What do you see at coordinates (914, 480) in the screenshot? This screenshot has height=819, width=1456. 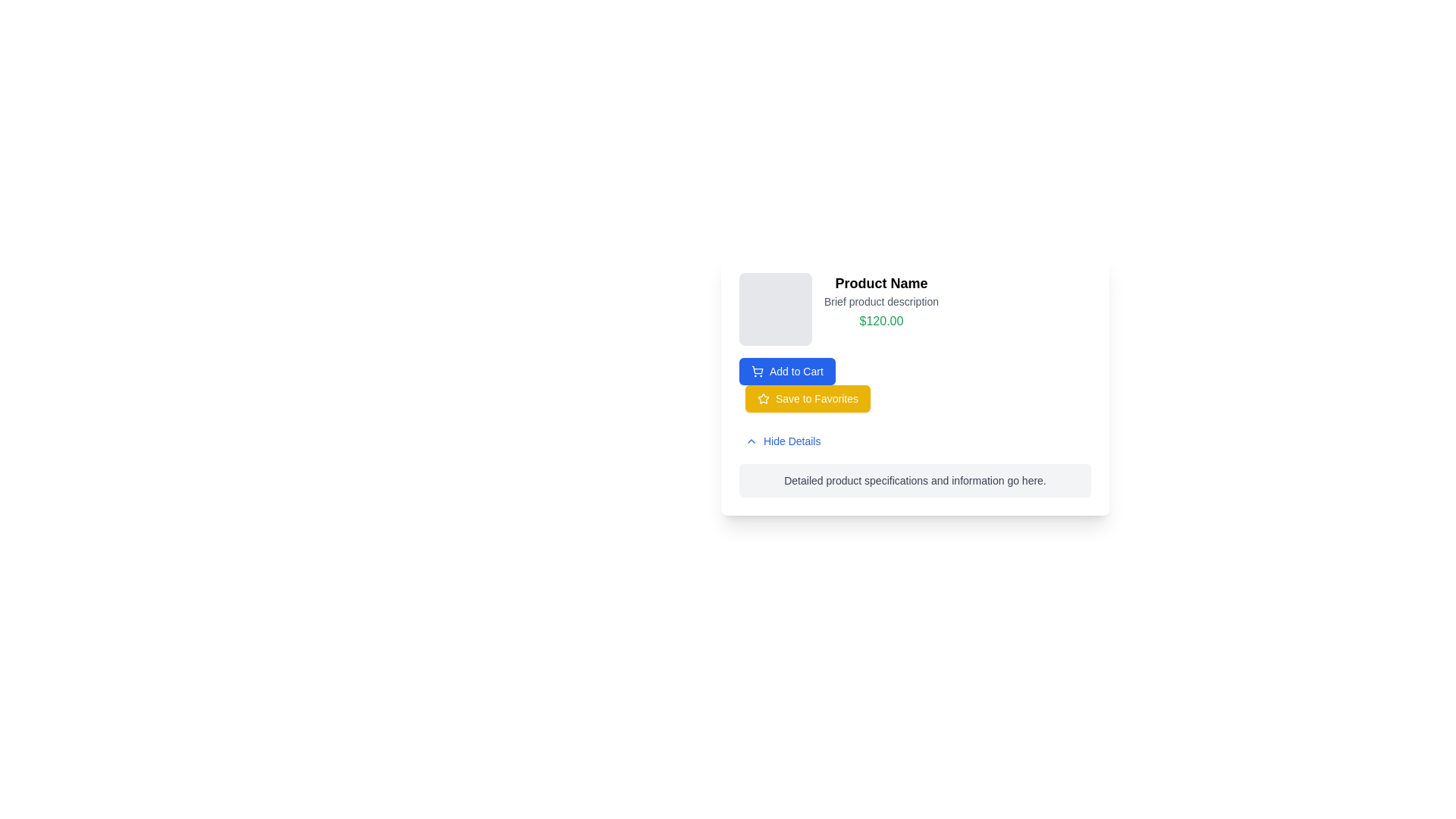 I see `the Informative Text Section that displays detailed product specifications, located beneath the 'Hide Details' link` at bounding box center [914, 480].